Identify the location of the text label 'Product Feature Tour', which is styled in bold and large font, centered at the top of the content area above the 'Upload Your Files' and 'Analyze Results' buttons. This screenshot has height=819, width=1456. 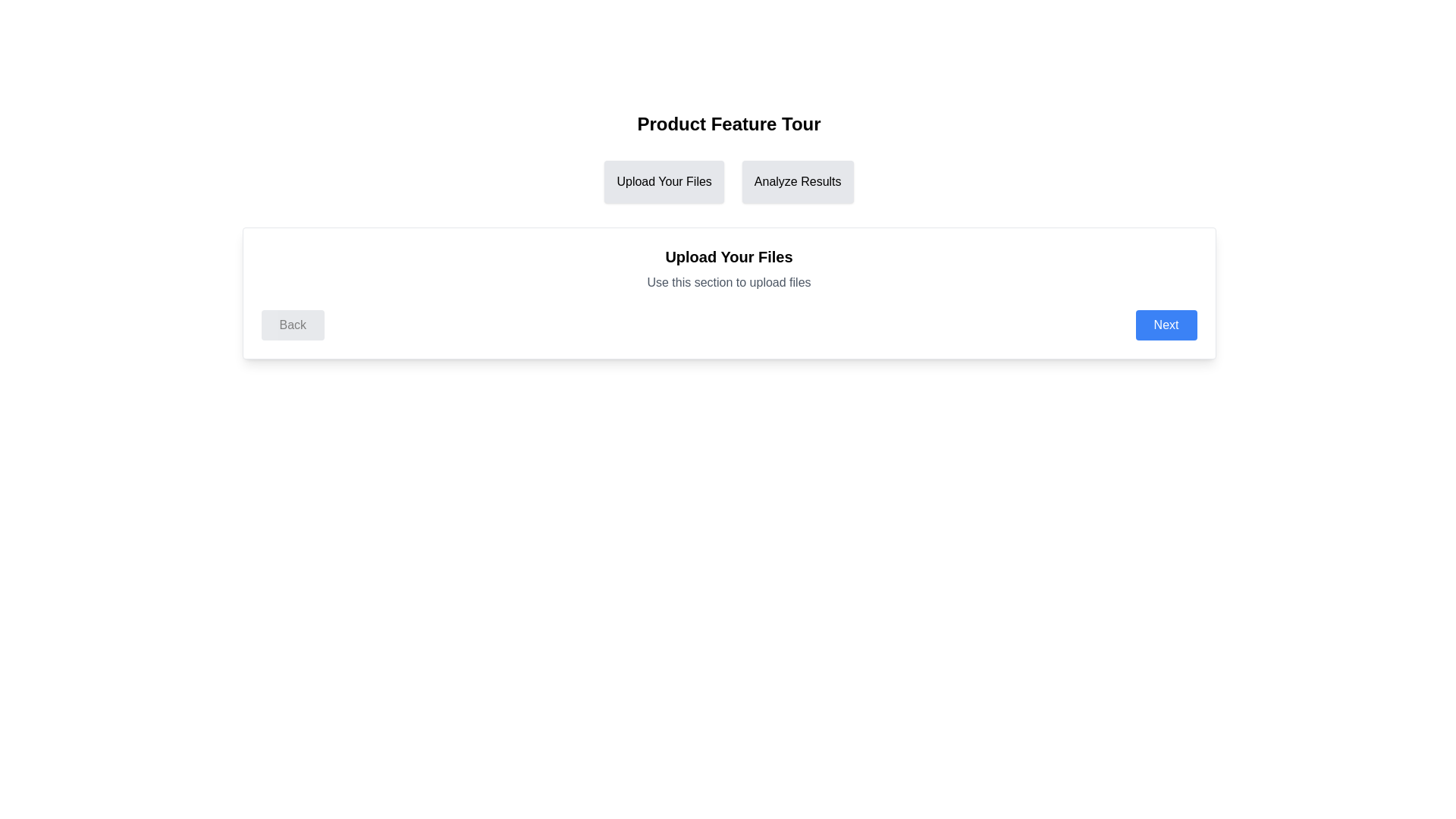
(729, 124).